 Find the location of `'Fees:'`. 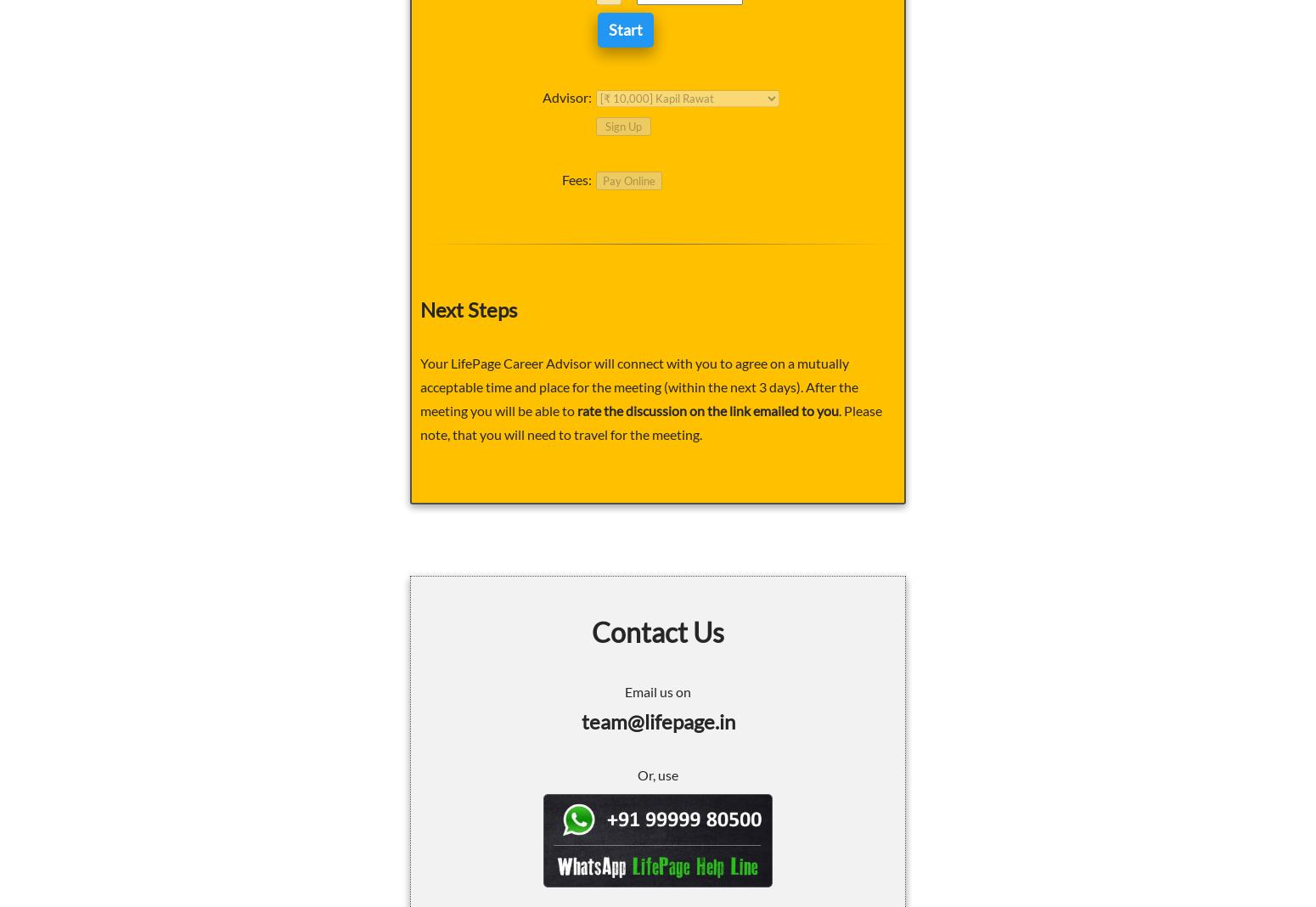

'Fees:' is located at coordinates (576, 179).